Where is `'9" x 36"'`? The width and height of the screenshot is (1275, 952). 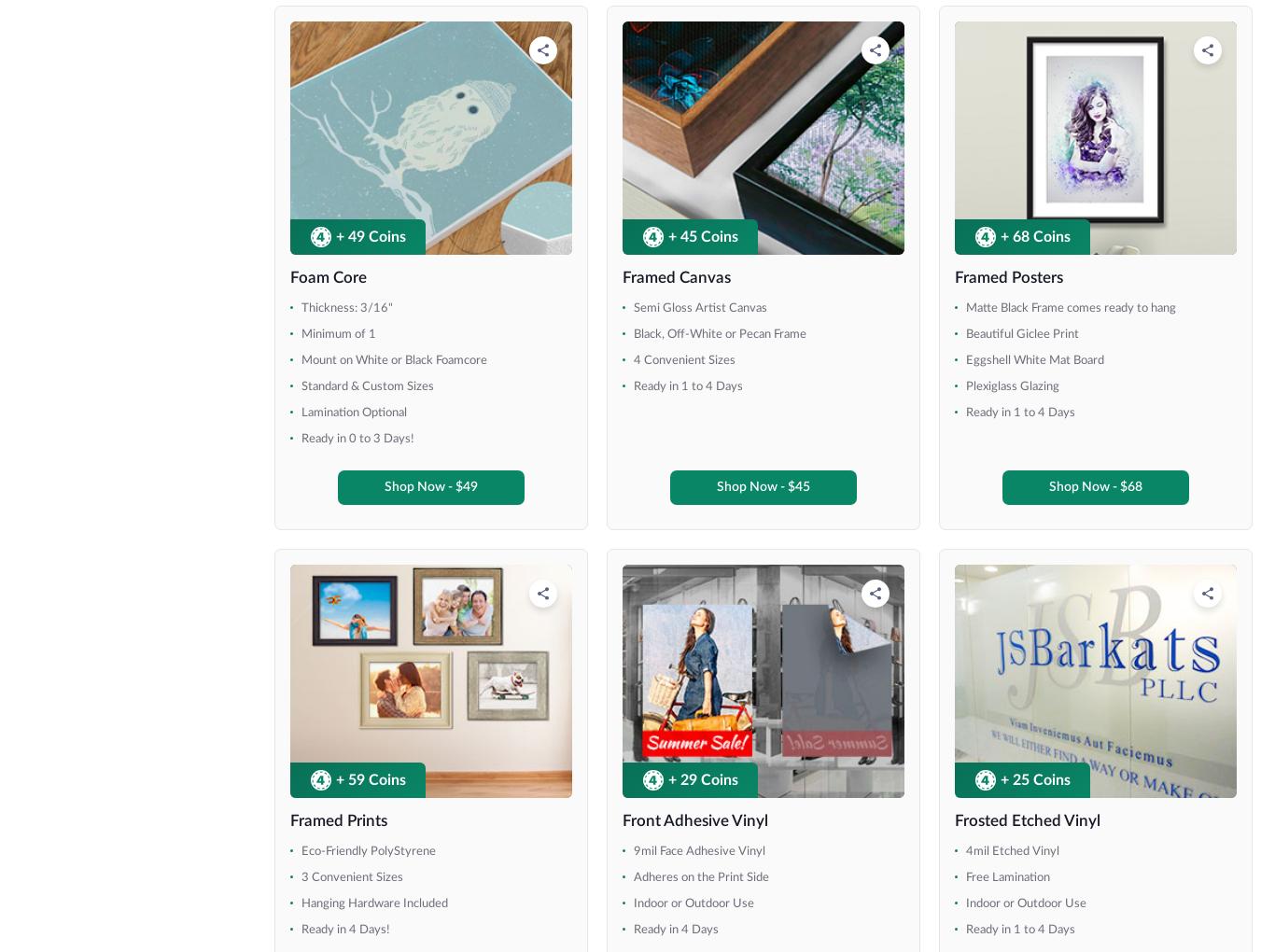
'9" x 36"' is located at coordinates (73, 393).